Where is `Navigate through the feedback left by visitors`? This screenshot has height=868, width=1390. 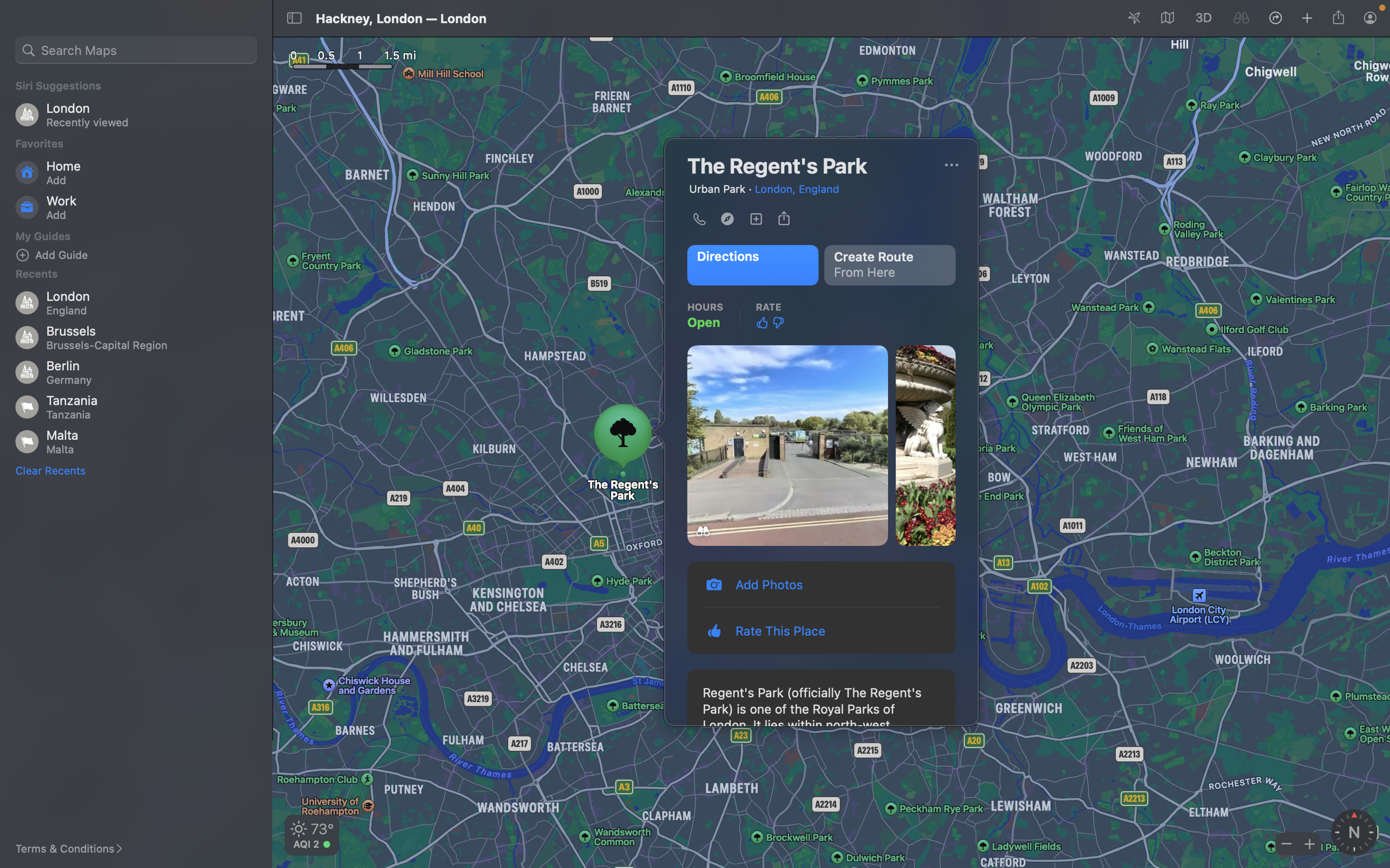 Navigate through the feedback left by visitors is located at coordinates (2366475, 810278).